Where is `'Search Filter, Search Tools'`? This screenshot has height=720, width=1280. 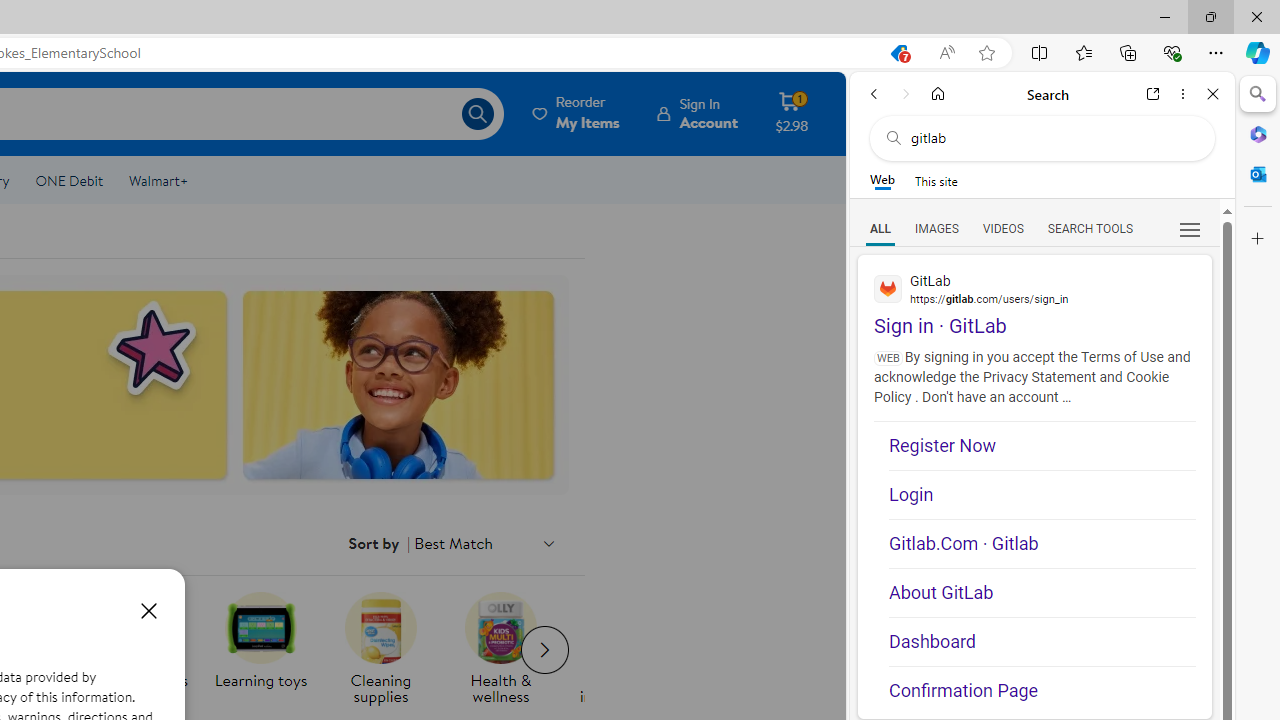 'Search Filter, Search Tools' is located at coordinates (1089, 227).